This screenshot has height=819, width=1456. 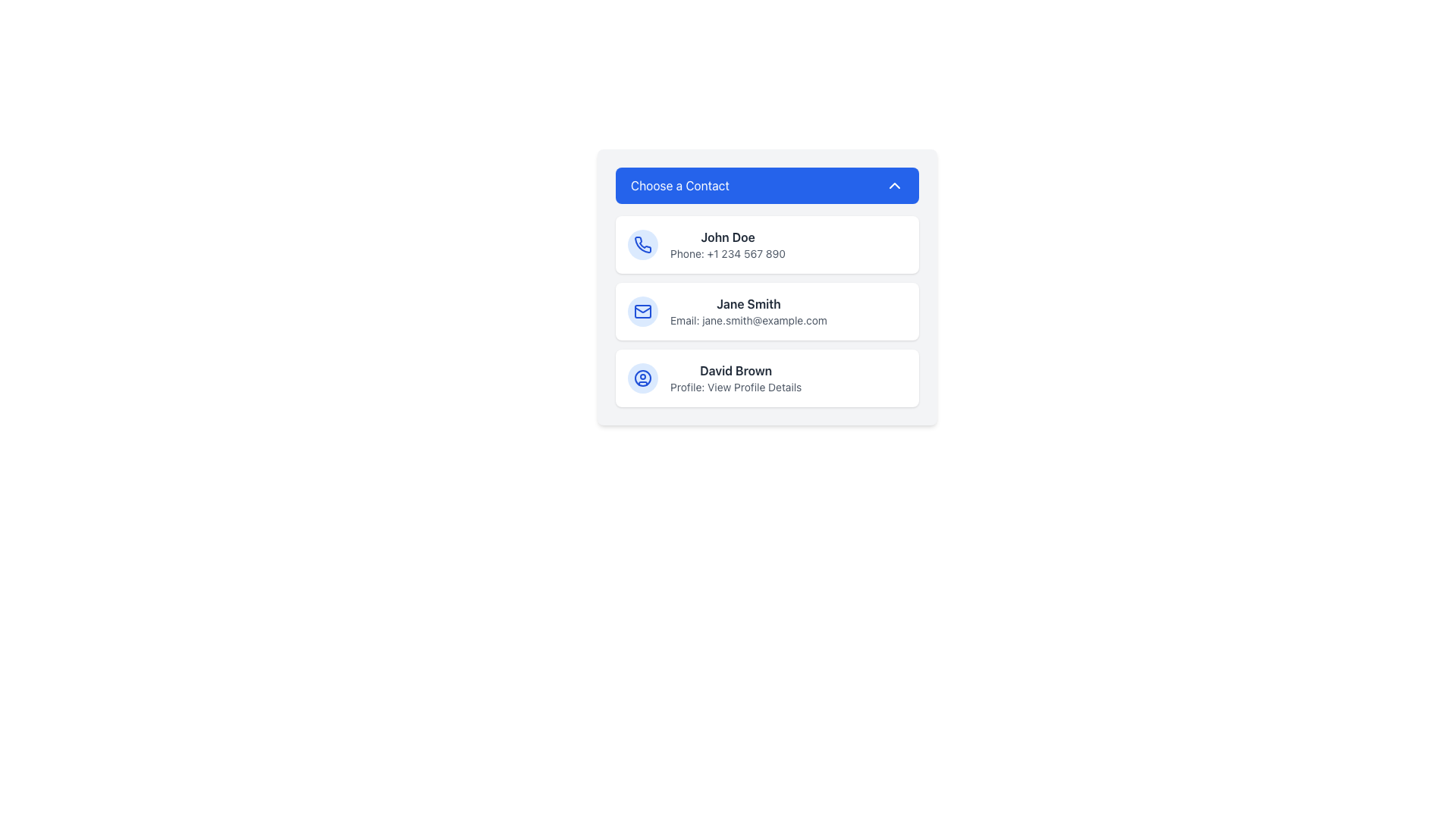 I want to click on the upward-pointing chevron icon located on the right-hand side of the blue button labeled 'Choose a Contact', so click(x=895, y=185).